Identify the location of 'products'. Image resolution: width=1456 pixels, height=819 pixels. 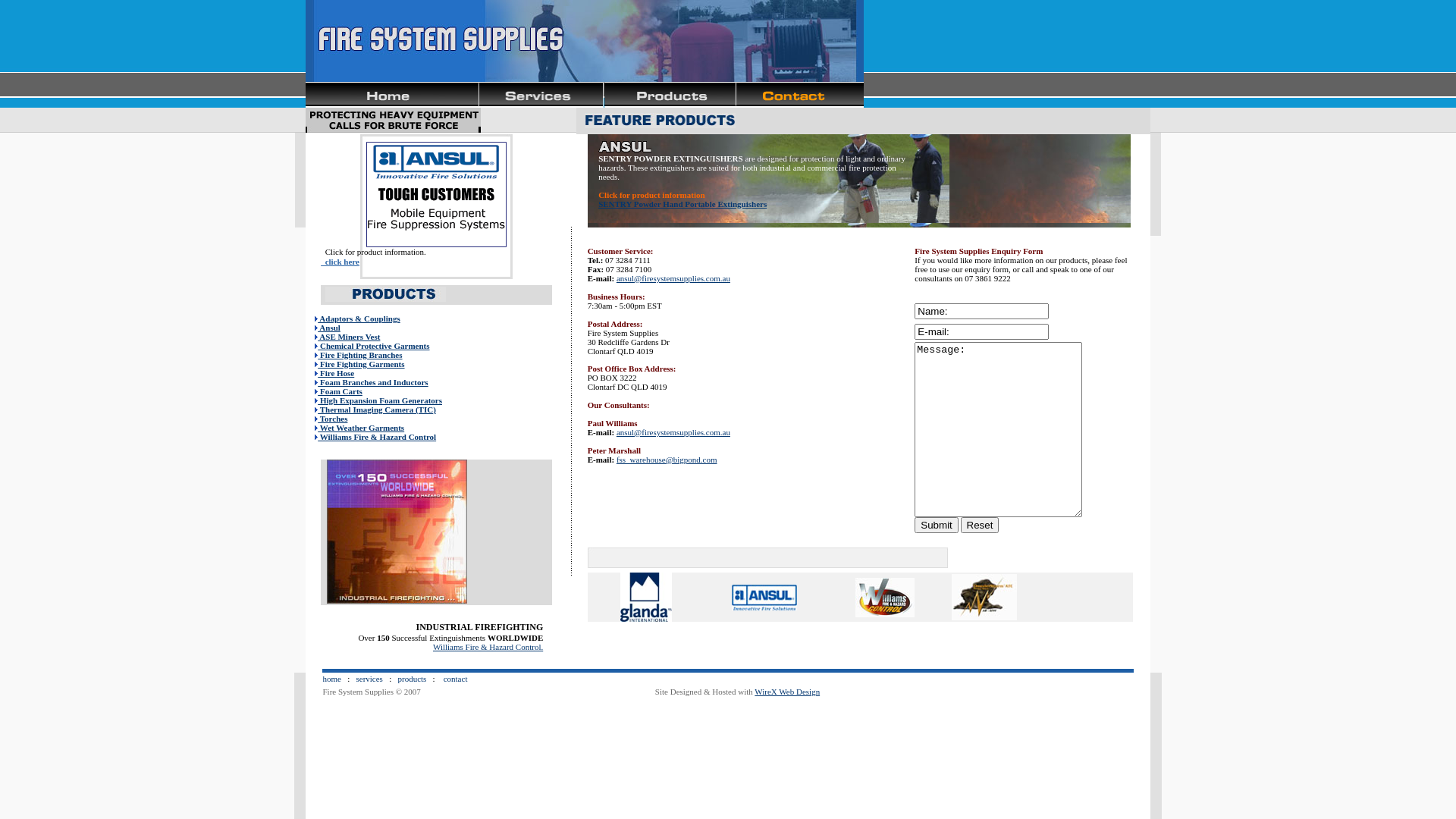
(411, 677).